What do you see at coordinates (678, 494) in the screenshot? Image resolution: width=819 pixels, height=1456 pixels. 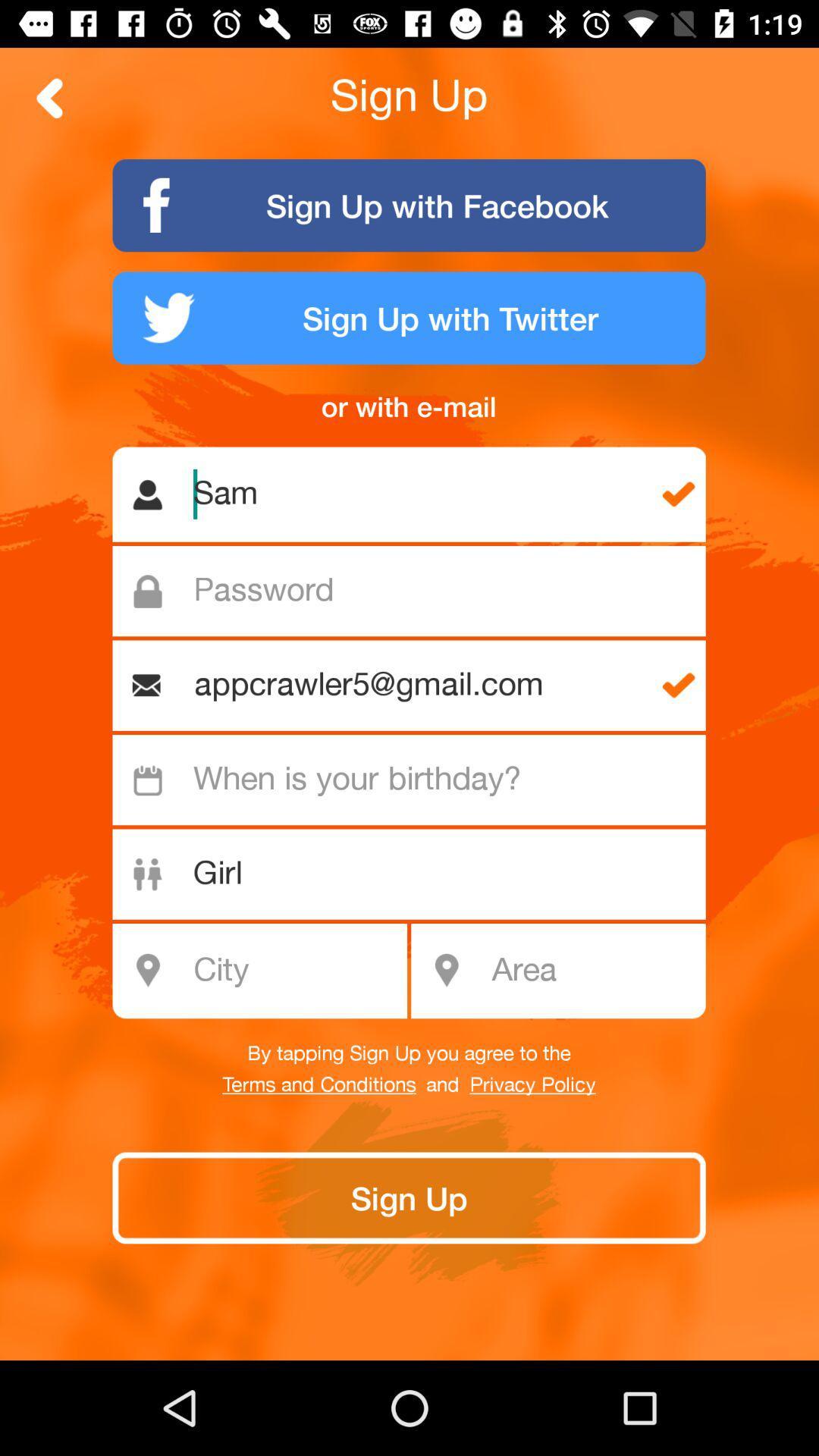 I see `the first tick symbol` at bounding box center [678, 494].